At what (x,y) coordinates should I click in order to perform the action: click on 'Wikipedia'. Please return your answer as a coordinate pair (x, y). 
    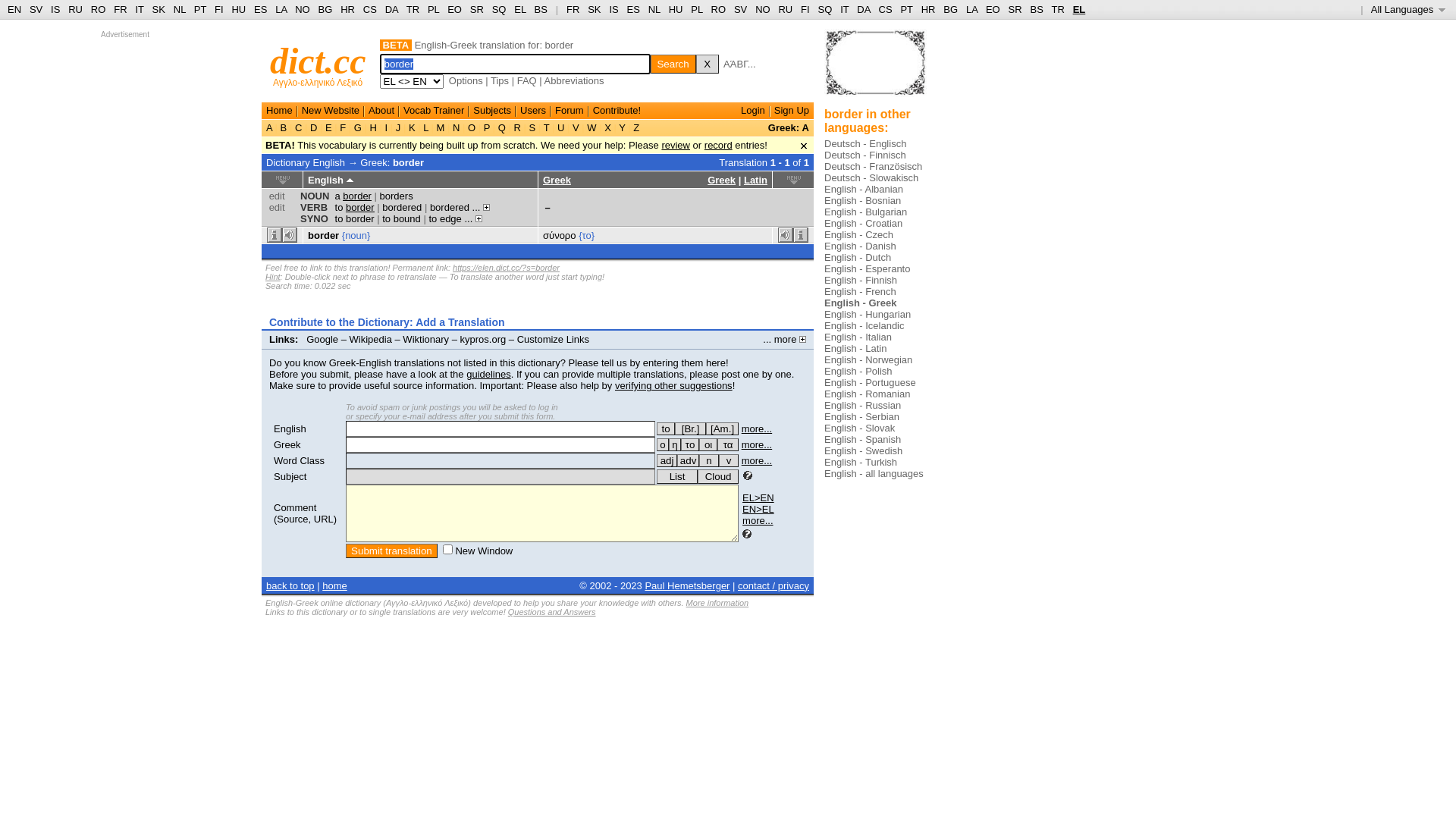
    Looking at the image, I should click on (371, 338).